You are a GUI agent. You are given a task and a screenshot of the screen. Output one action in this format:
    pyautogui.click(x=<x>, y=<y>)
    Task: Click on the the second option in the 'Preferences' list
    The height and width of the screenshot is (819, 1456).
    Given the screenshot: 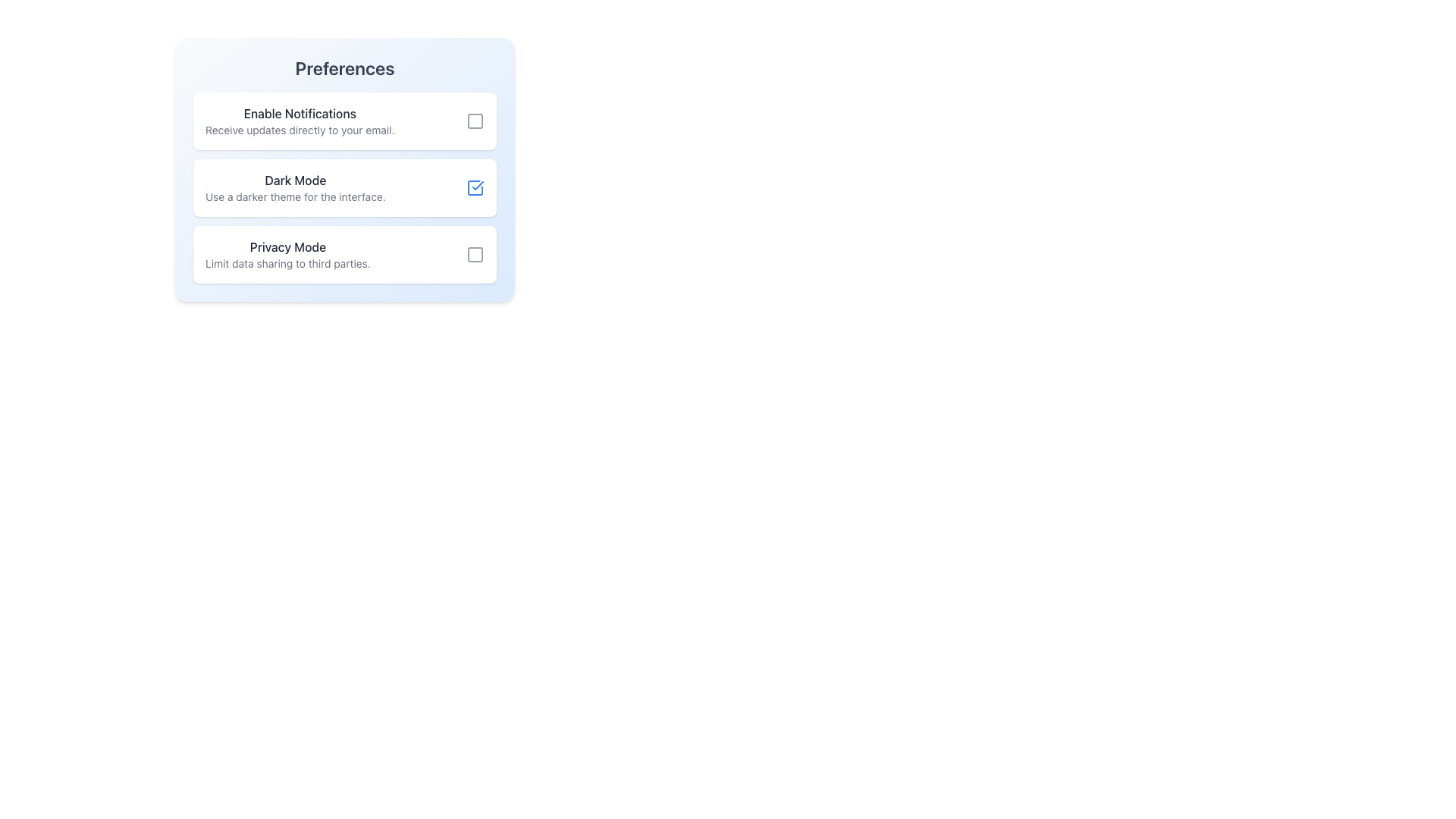 What is the action you would take?
    pyautogui.click(x=344, y=187)
    